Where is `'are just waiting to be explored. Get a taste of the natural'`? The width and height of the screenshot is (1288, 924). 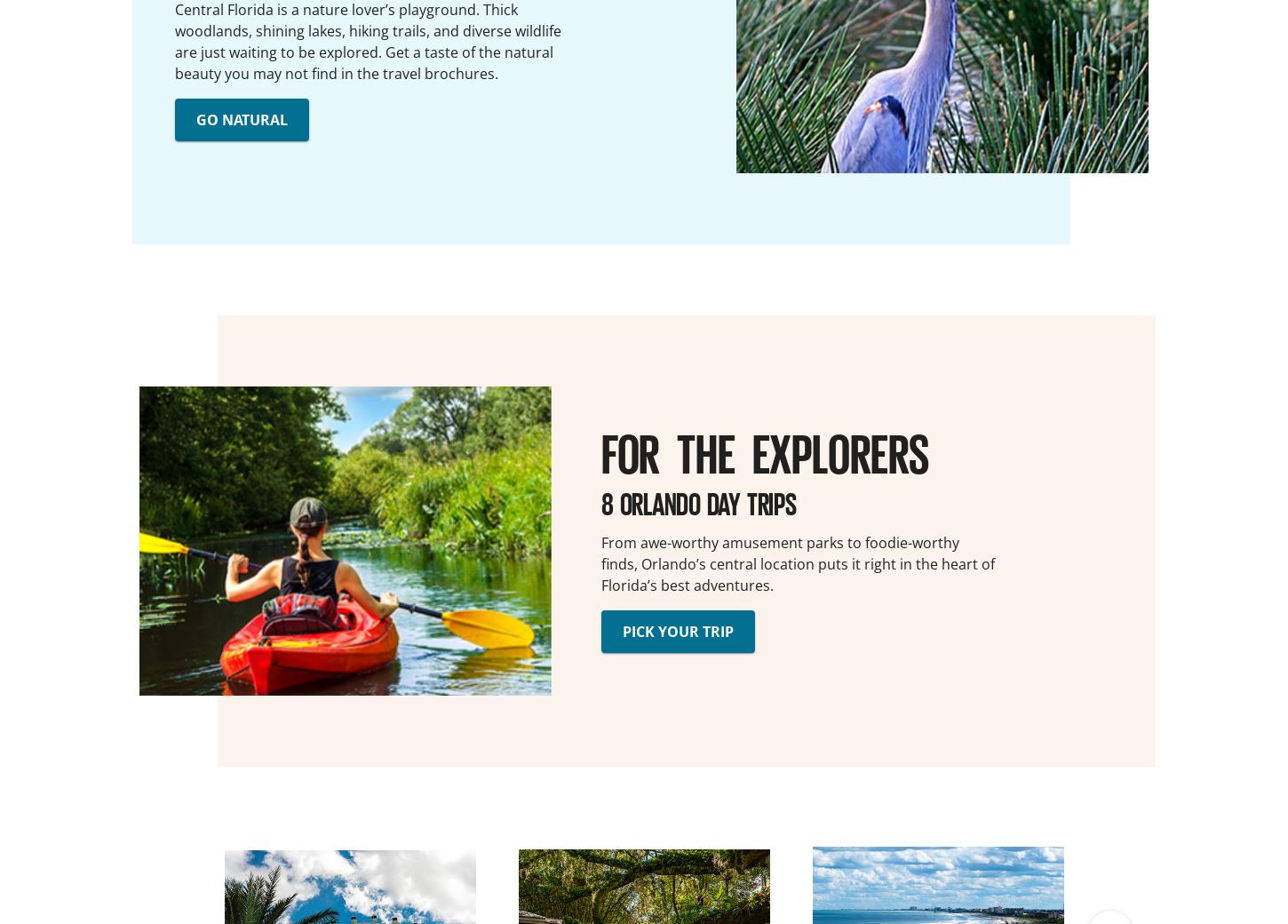
'are just waiting to be explored. Get a taste of the natural' is located at coordinates (363, 51).